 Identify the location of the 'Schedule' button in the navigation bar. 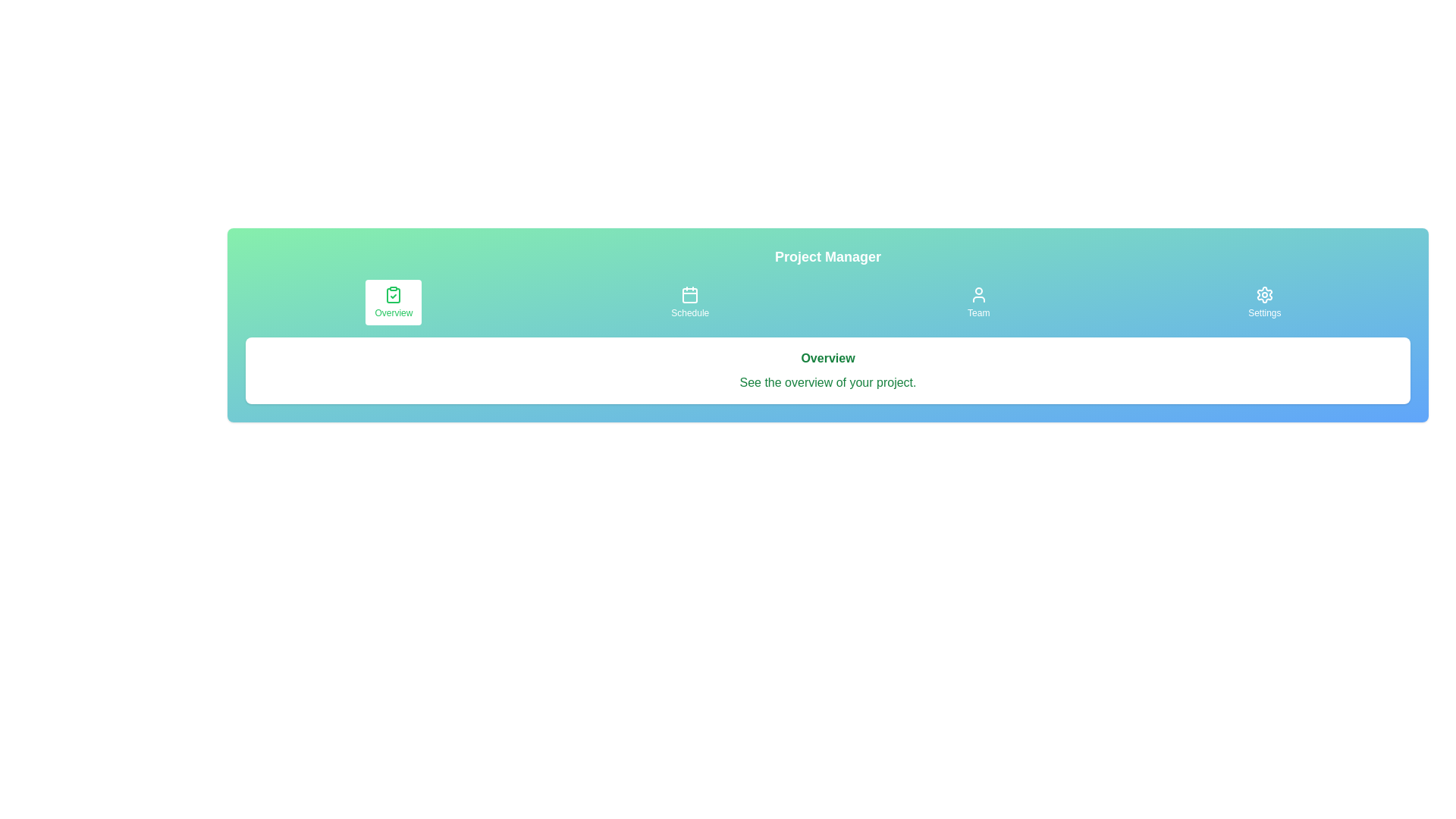
(689, 302).